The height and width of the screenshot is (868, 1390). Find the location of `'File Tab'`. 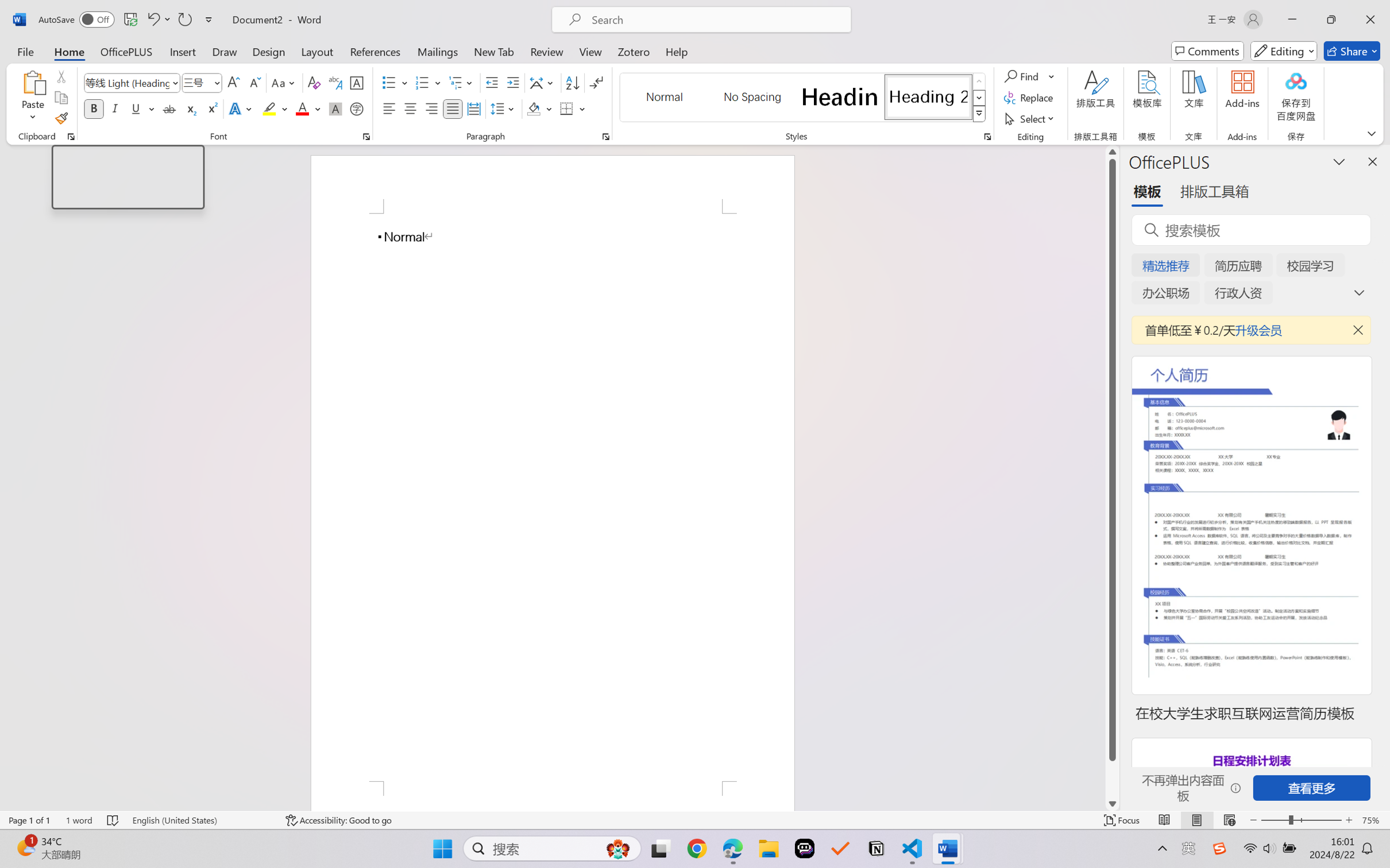

'File Tab' is located at coordinates (25, 51).